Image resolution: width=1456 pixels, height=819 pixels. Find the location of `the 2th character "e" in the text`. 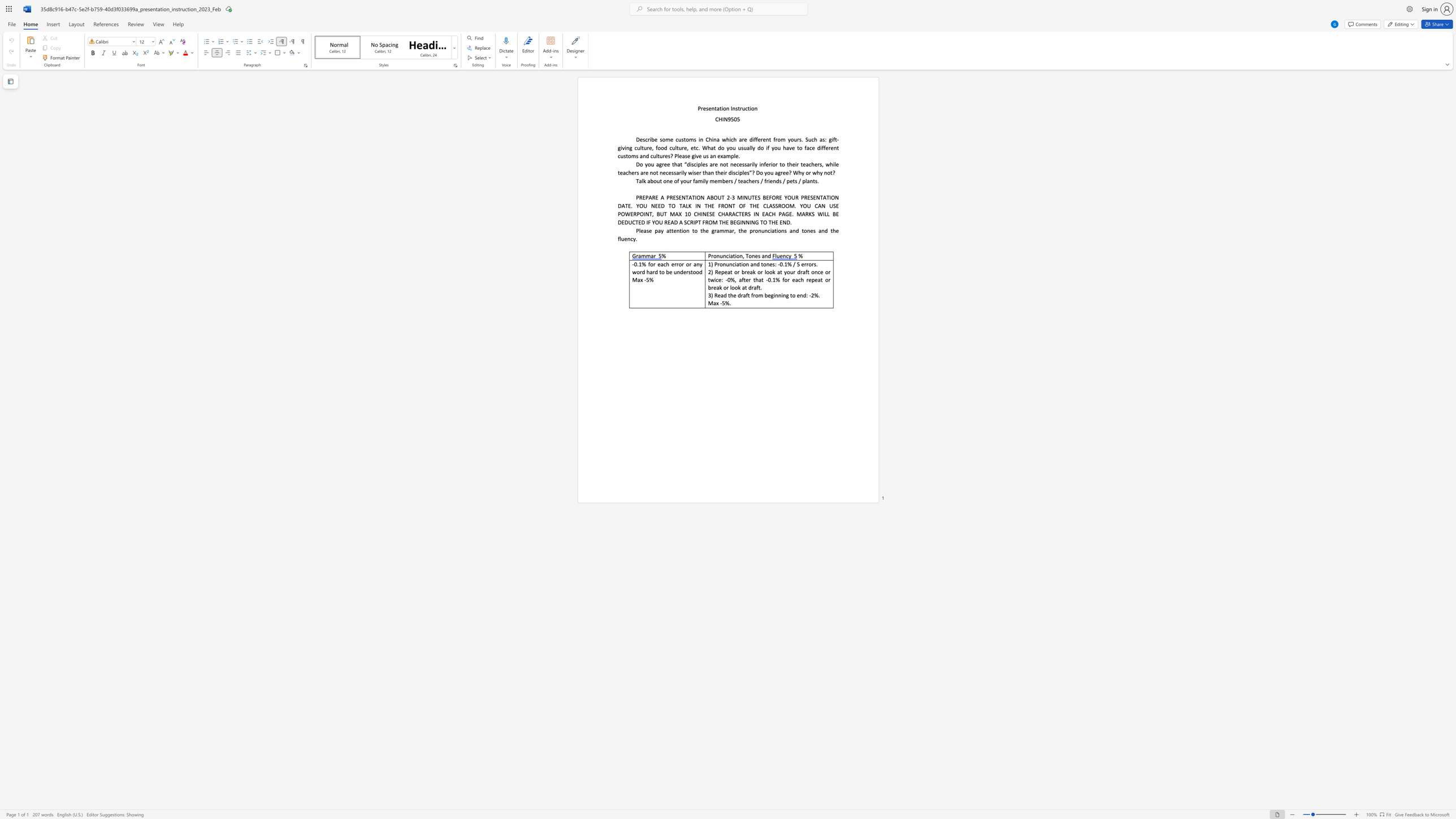

the 2th character "e" in the text is located at coordinates (715, 180).